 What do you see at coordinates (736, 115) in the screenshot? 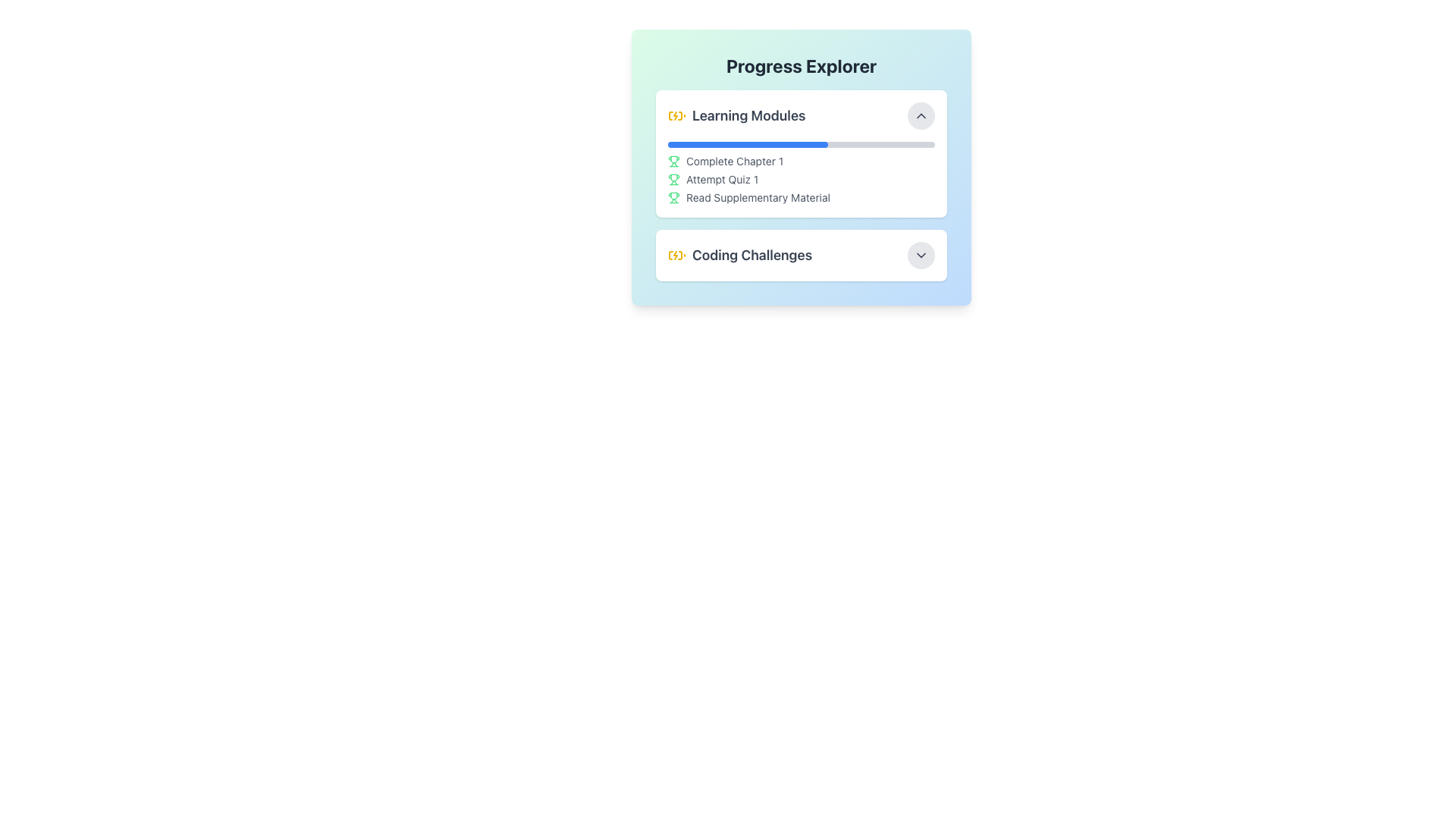
I see `the 'Learning Modules' section header icon to display or hide associated content` at bounding box center [736, 115].